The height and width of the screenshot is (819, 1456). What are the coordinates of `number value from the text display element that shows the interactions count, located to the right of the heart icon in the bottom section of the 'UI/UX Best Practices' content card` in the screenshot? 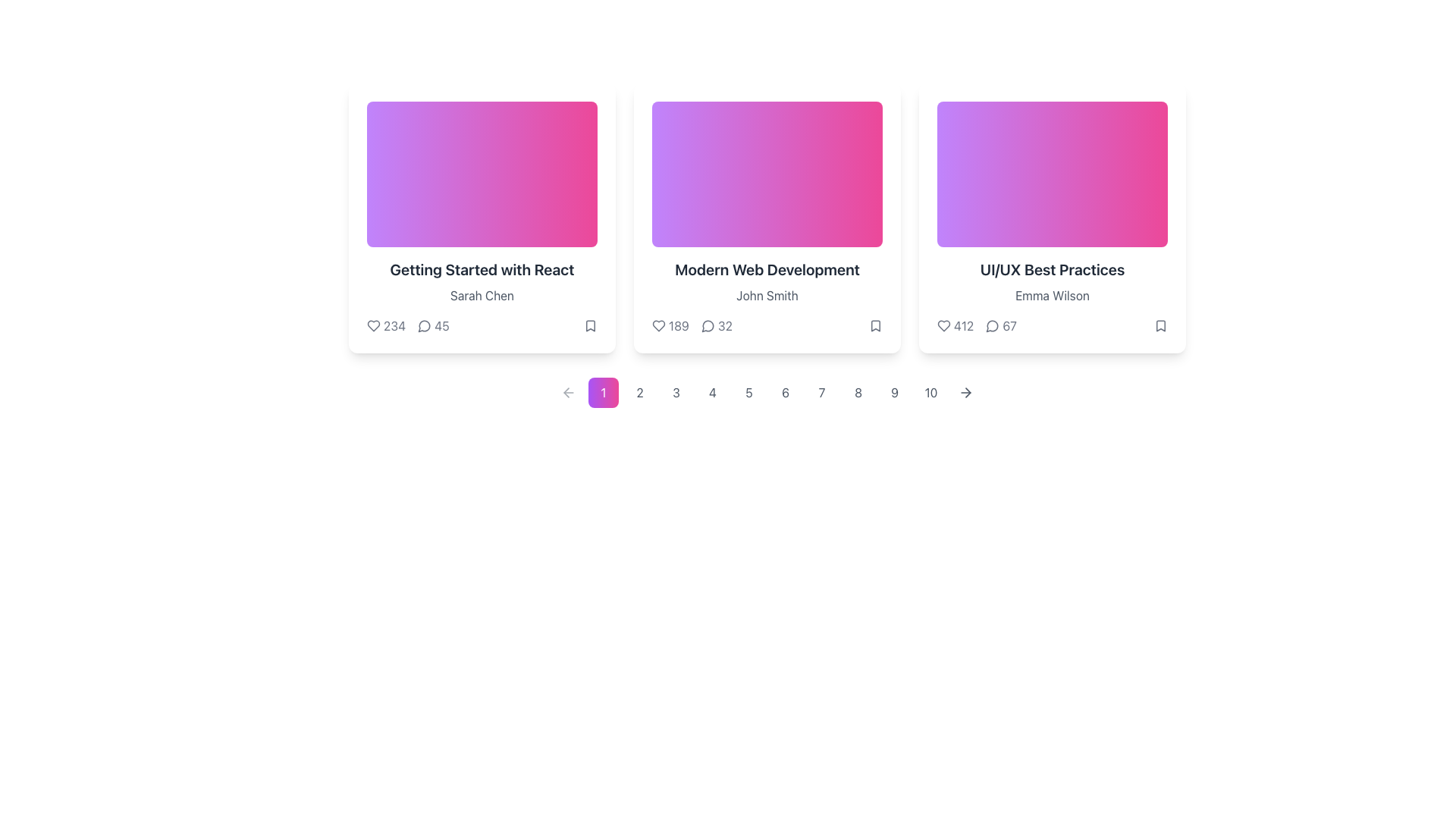 It's located at (963, 325).